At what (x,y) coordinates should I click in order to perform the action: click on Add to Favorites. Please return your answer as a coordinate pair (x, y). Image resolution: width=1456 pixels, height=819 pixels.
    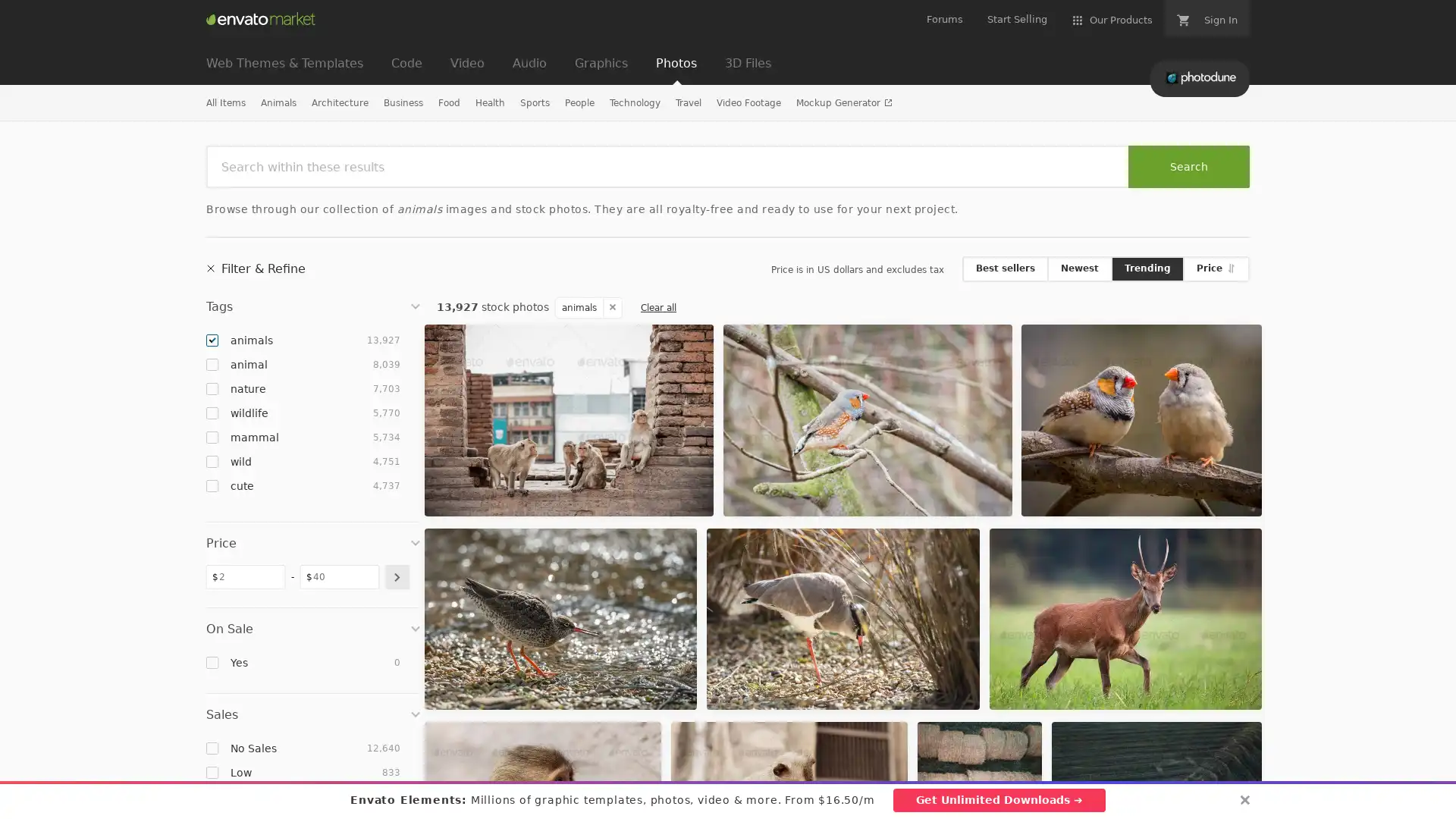
    Looking at the image, I should click on (888, 739).